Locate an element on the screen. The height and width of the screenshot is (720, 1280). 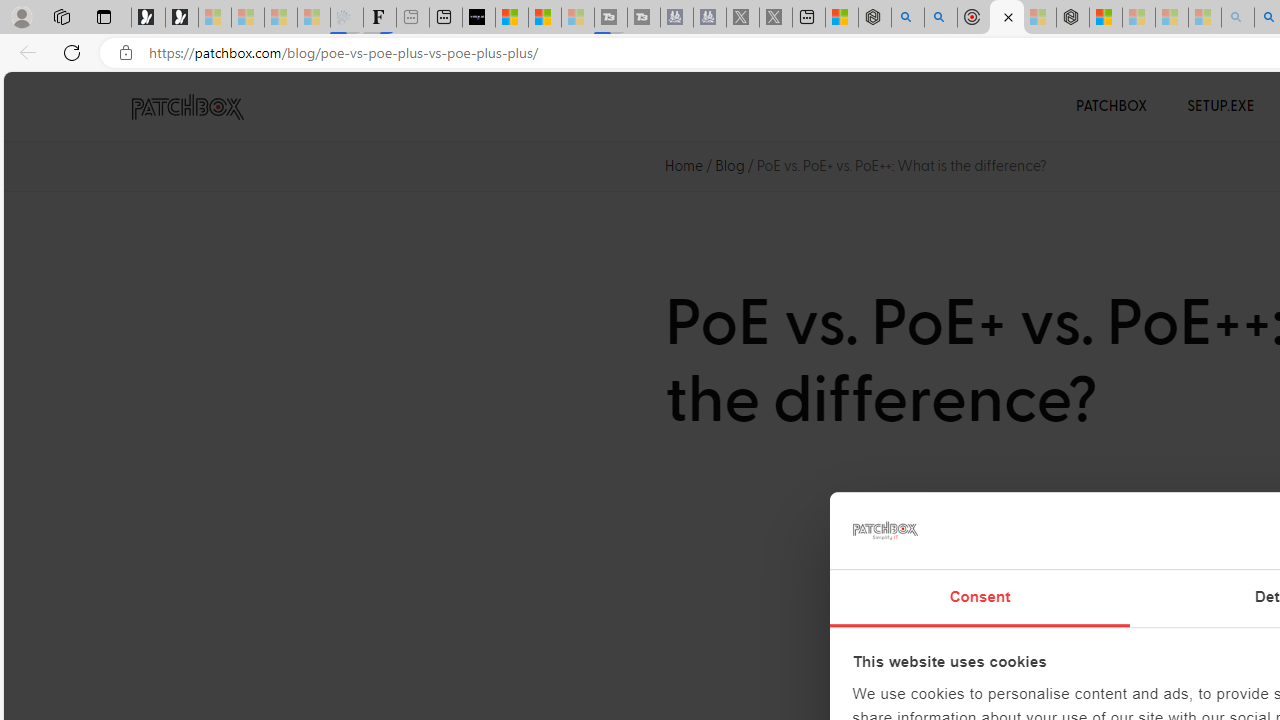
'Newsletter Sign Up' is located at coordinates (182, 17).